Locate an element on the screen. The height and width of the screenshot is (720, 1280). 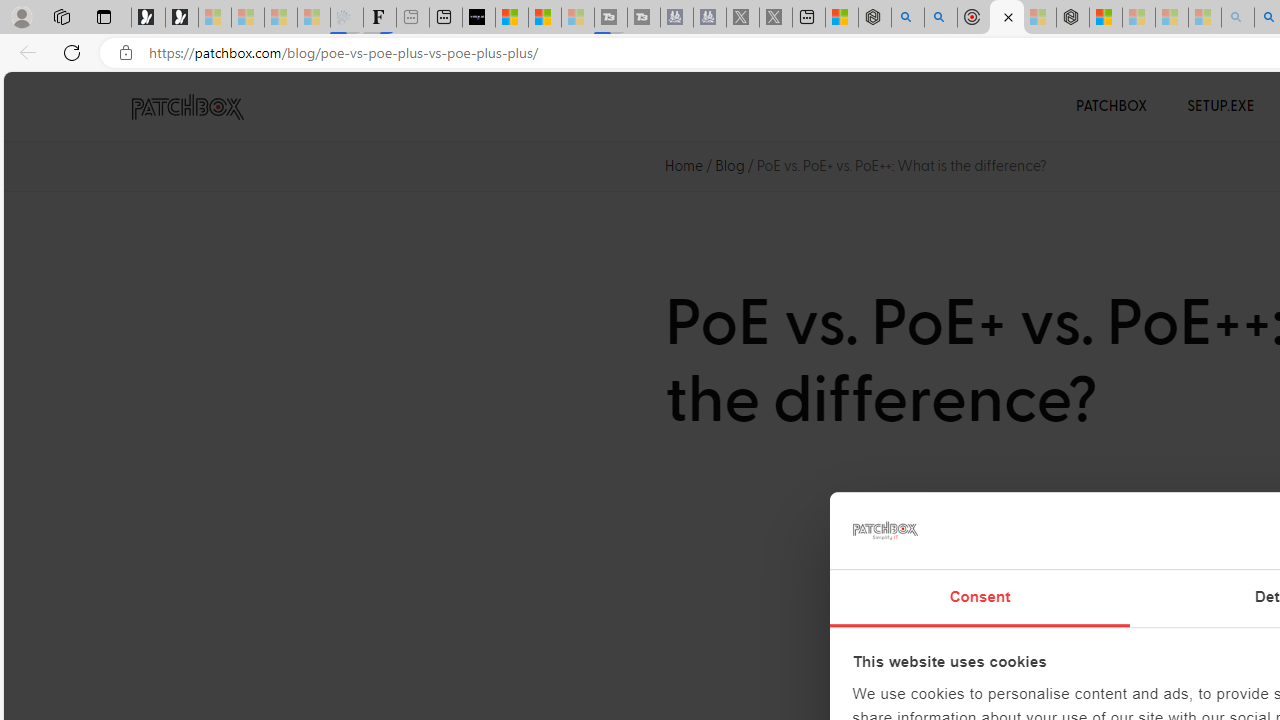
'Newsletter Sign Up' is located at coordinates (182, 17).